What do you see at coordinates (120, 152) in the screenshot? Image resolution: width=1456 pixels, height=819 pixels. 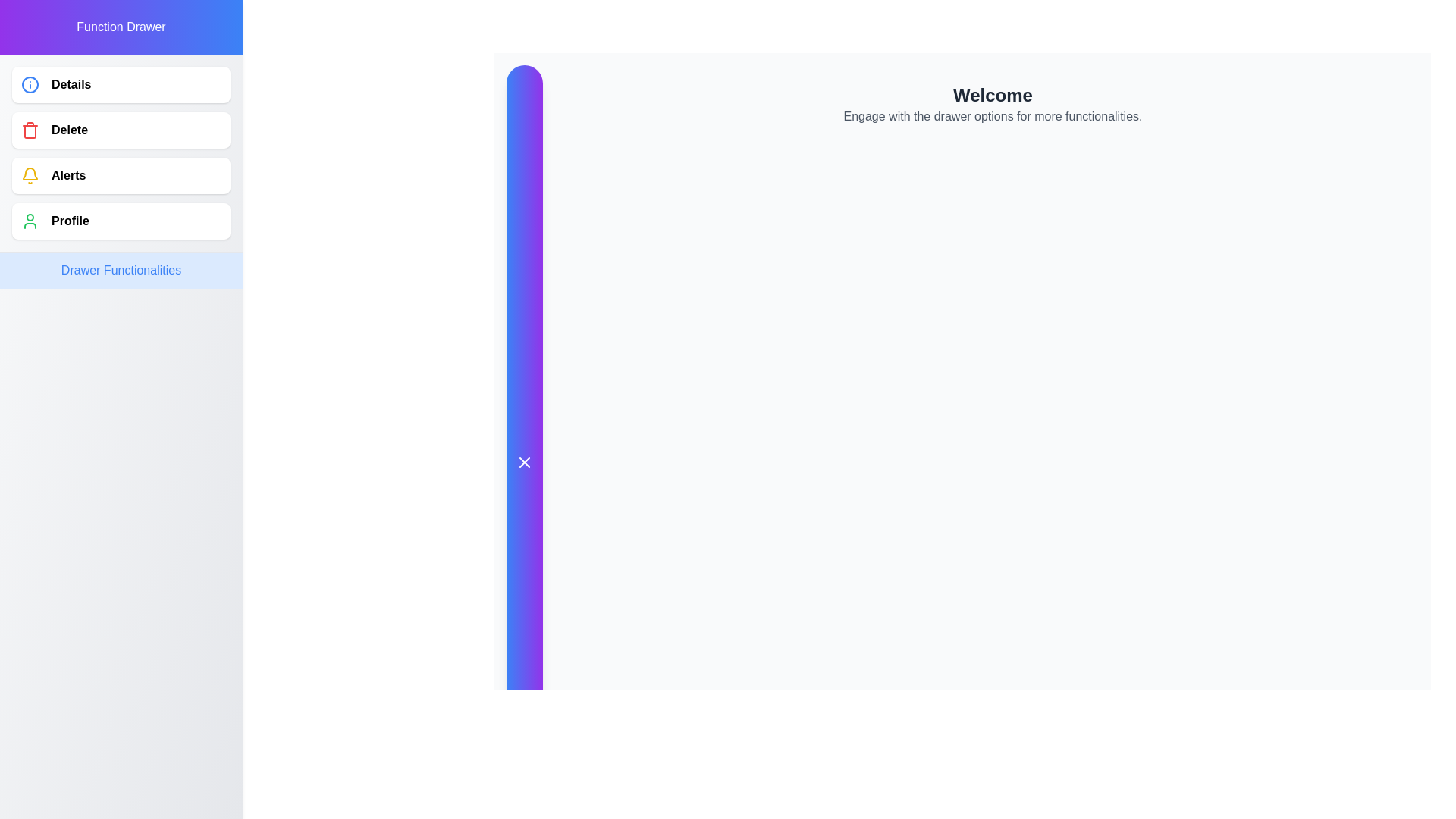 I see `the 'Delete' option, which is the second list item in the vertical list located in the left sidebar, positioned below 'Details' and above 'Alerts'` at bounding box center [120, 152].